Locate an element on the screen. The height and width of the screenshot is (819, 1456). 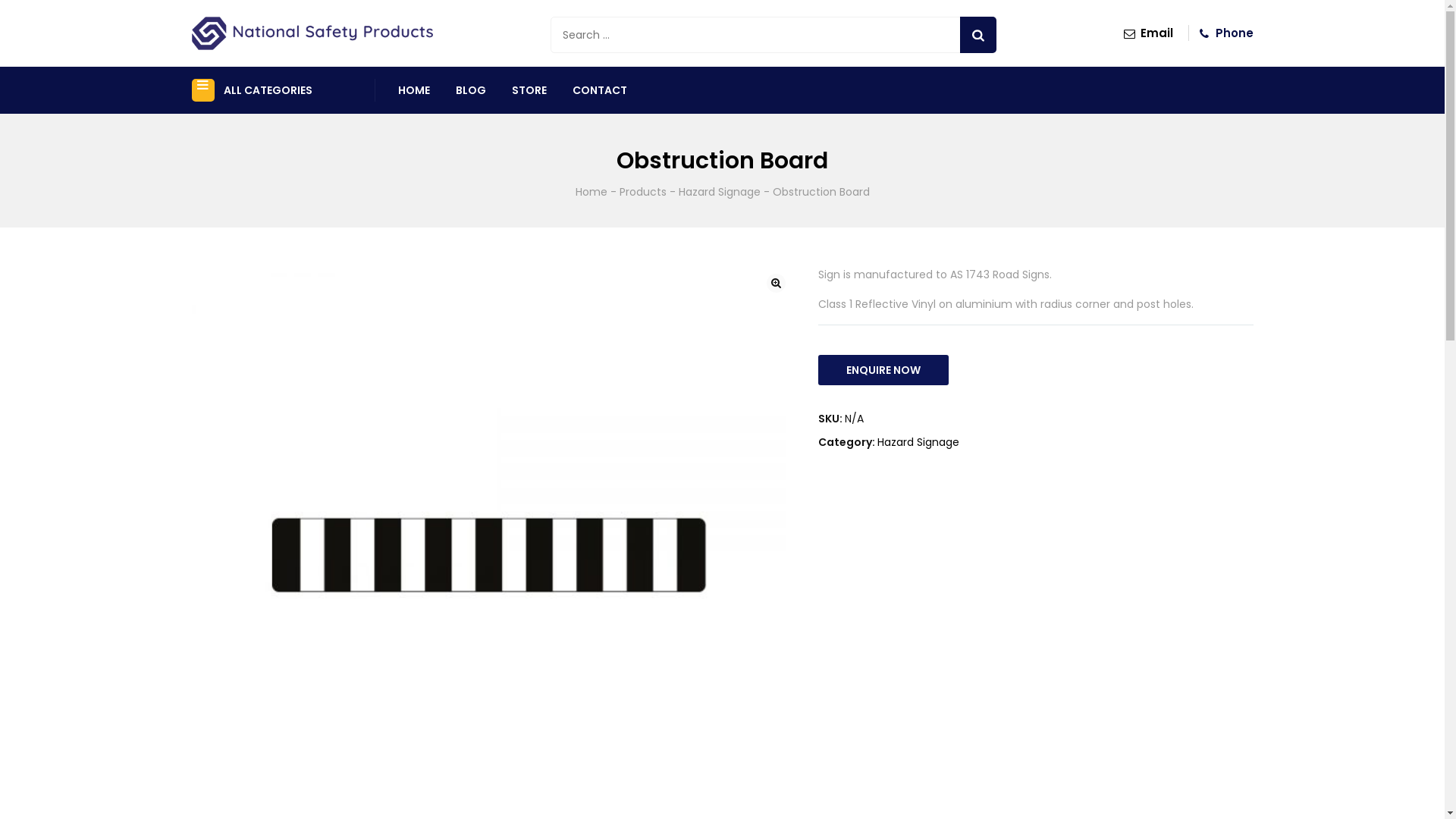
'Email' is located at coordinates (1147, 33).